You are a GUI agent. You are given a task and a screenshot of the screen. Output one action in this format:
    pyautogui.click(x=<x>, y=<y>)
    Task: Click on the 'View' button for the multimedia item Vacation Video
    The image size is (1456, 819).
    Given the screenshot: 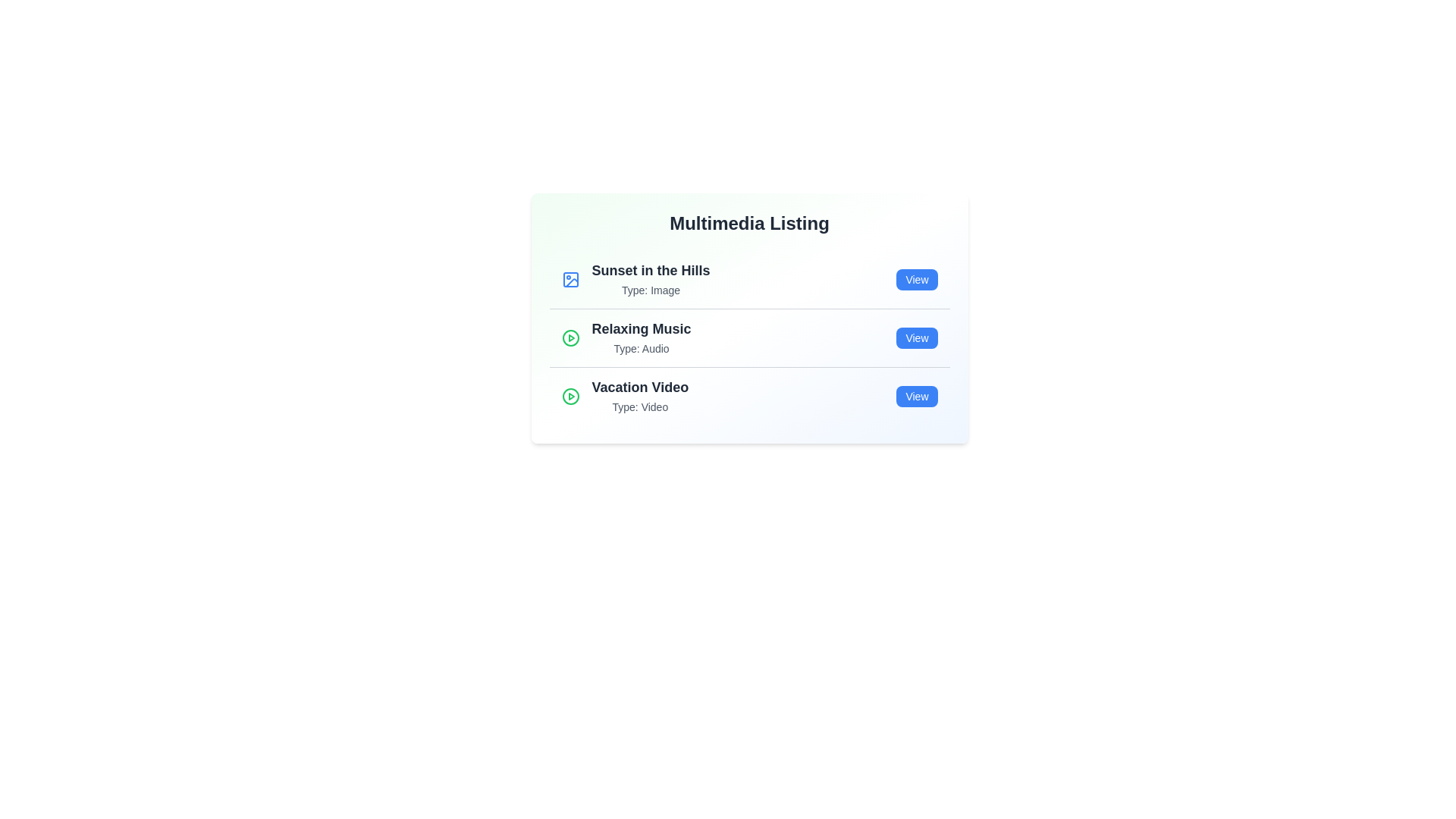 What is the action you would take?
    pyautogui.click(x=916, y=396)
    